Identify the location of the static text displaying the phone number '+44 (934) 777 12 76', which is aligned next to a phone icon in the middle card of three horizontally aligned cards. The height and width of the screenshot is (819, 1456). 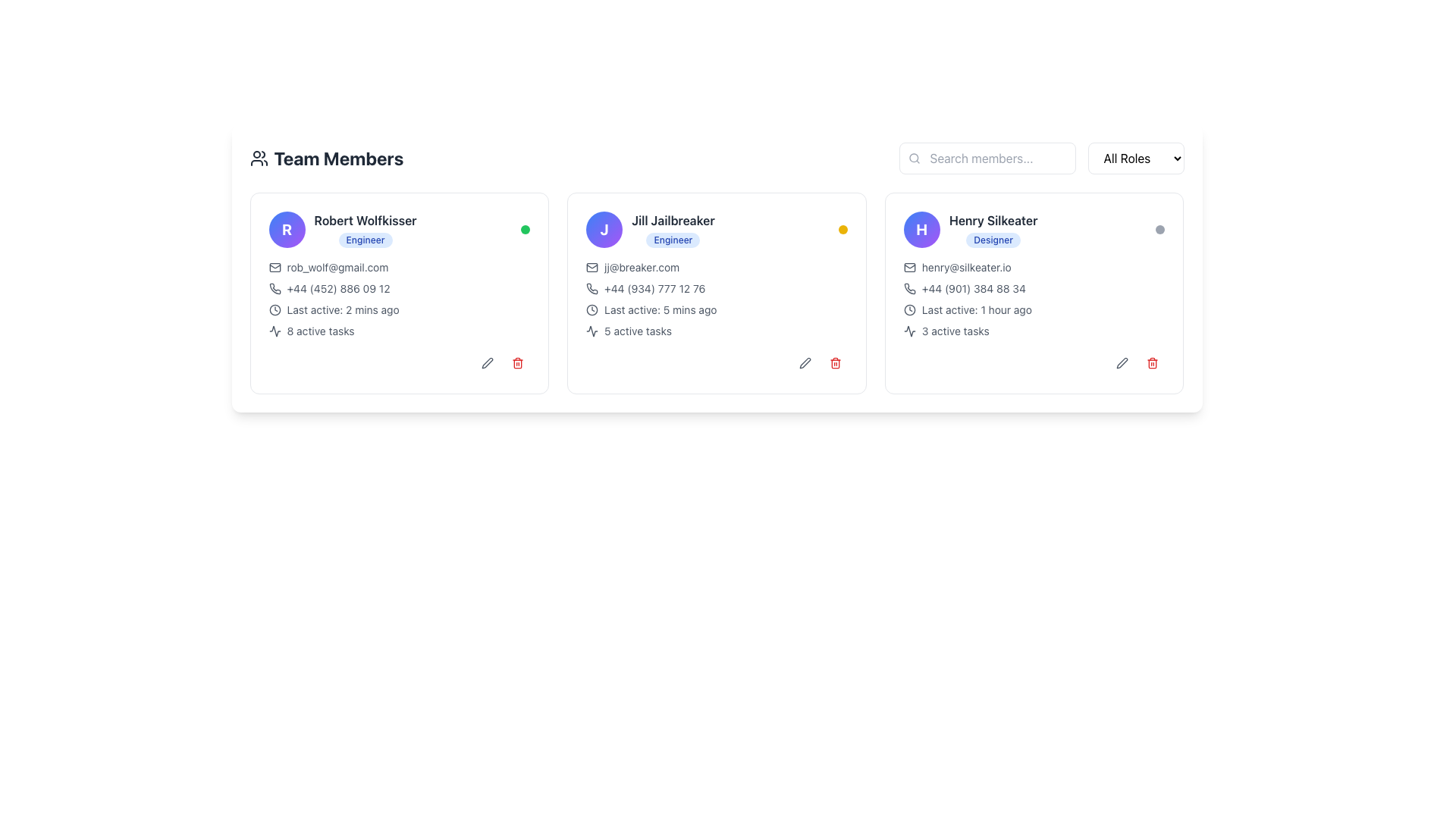
(654, 289).